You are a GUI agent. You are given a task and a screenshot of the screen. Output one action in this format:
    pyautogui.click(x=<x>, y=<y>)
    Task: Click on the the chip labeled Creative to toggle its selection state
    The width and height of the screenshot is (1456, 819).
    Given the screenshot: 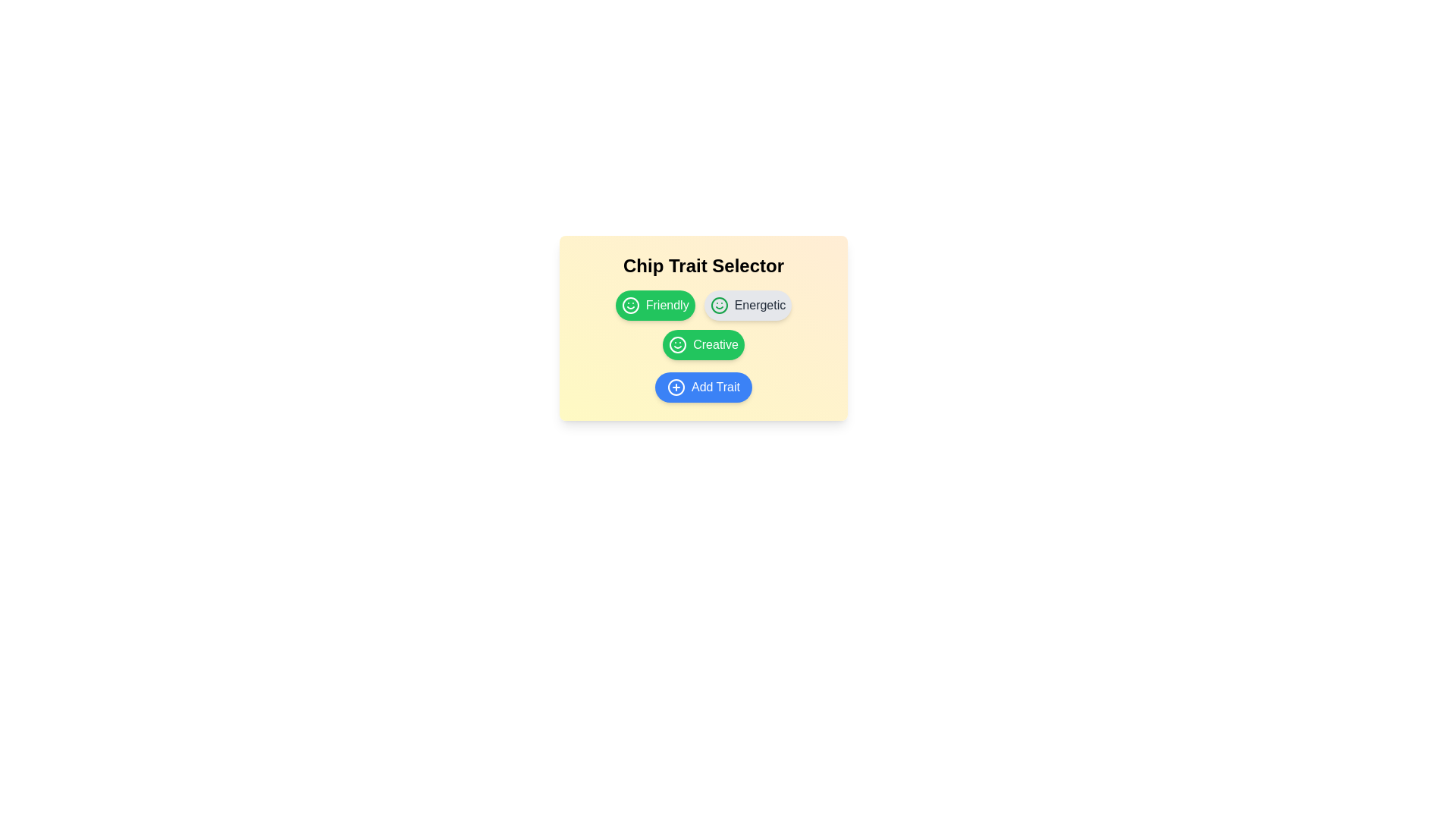 What is the action you would take?
    pyautogui.click(x=702, y=345)
    